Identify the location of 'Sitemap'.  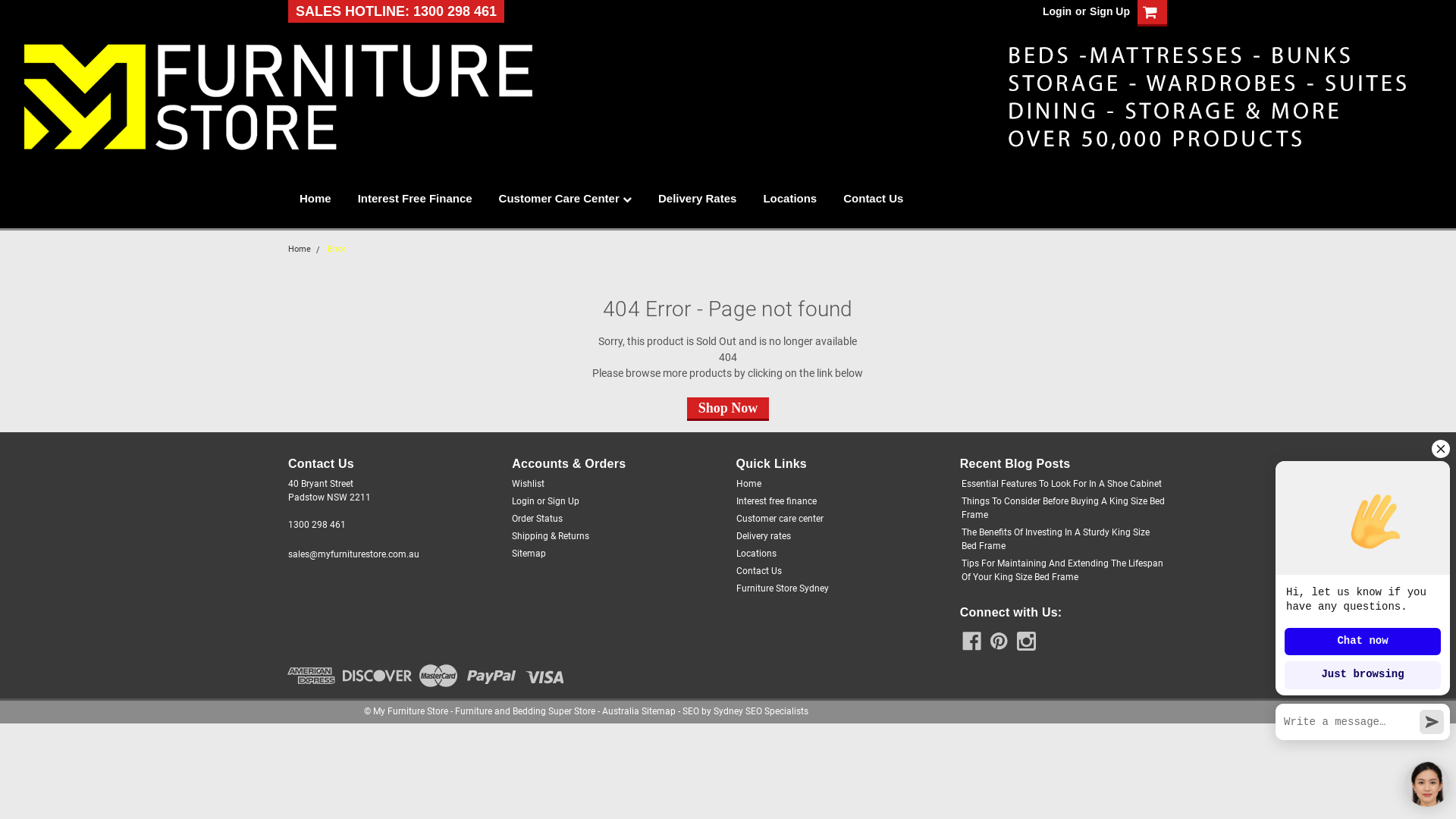
(529, 553).